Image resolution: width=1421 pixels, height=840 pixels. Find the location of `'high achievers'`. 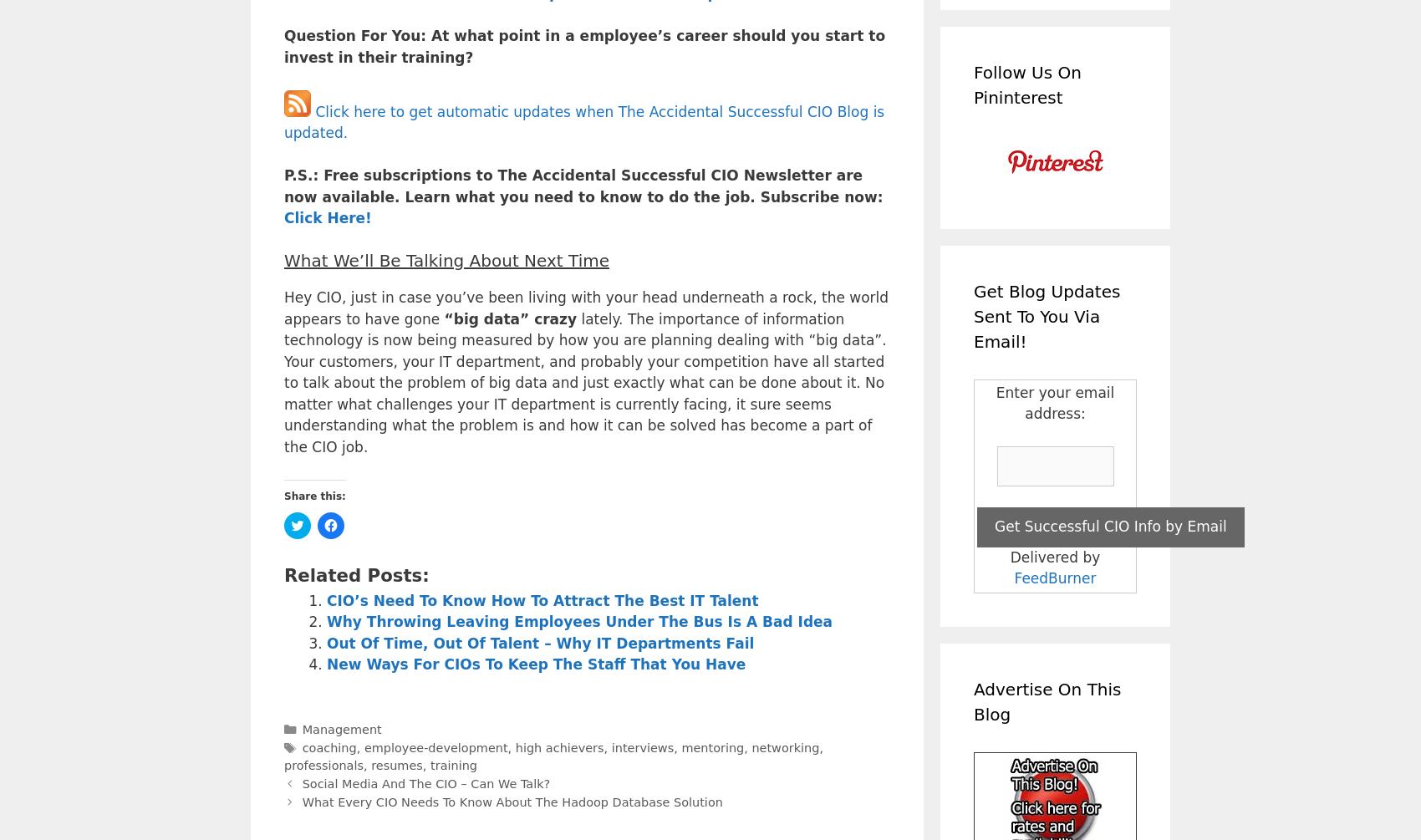

'high achievers' is located at coordinates (558, 746).